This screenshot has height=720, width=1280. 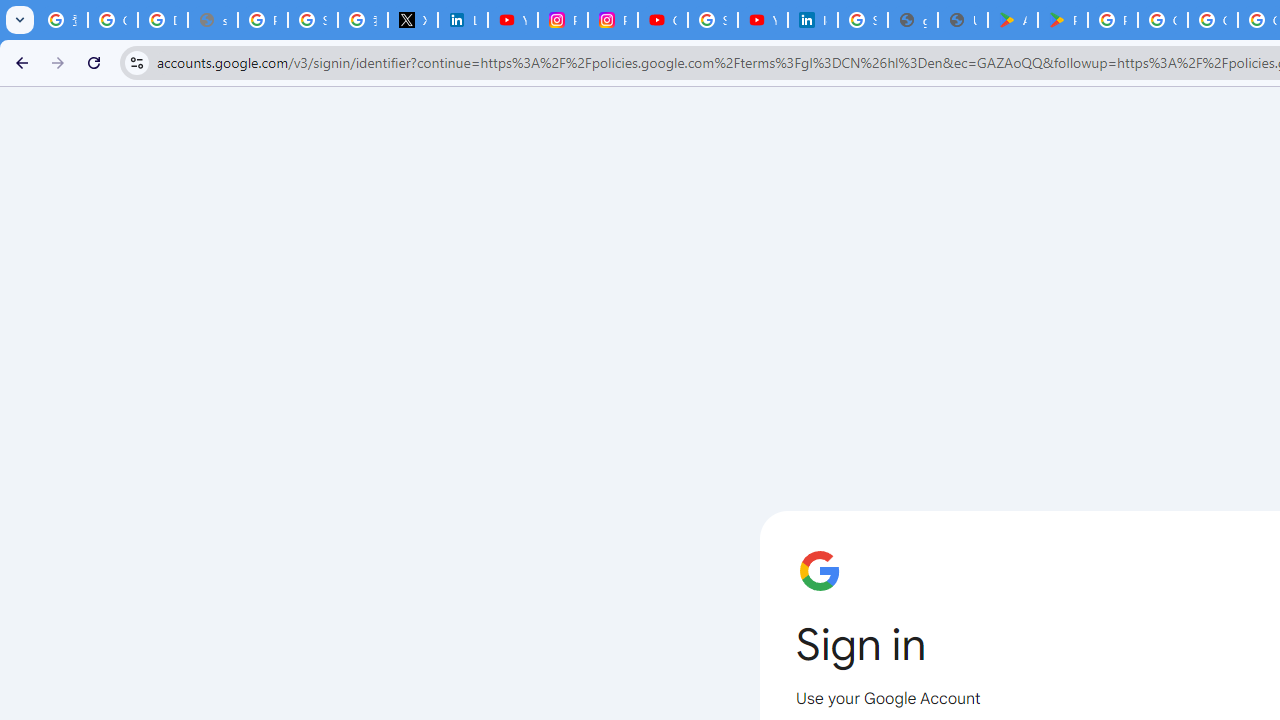 What do you see at coordinates (1013, 20) in the screenshot?
I see `'Android Apps on Google Play'` at bounding box center [1013, 20].